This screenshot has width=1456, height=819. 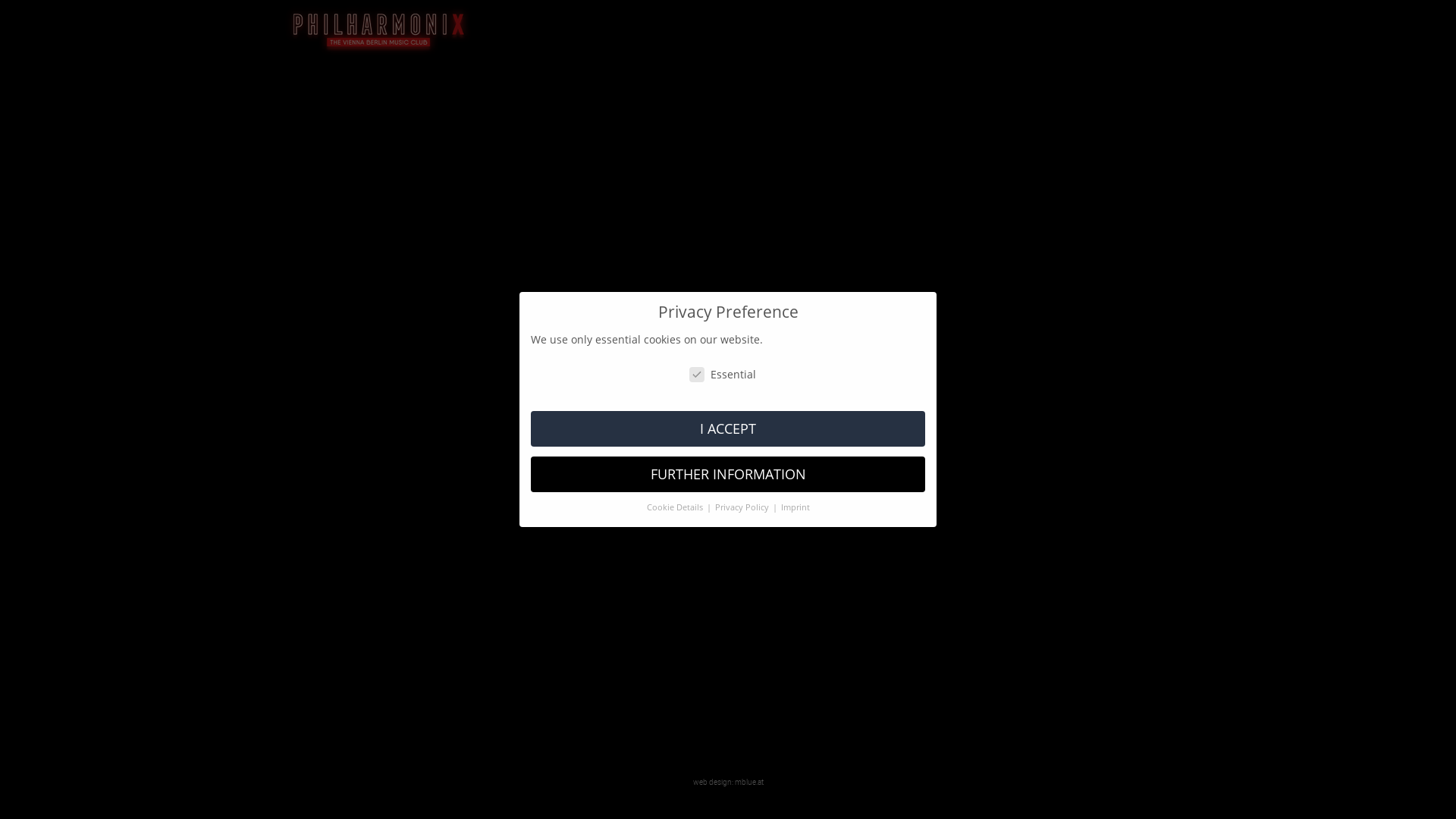 I want to click on 'FURTHER INFORMATION', so click(x=728, y=473).